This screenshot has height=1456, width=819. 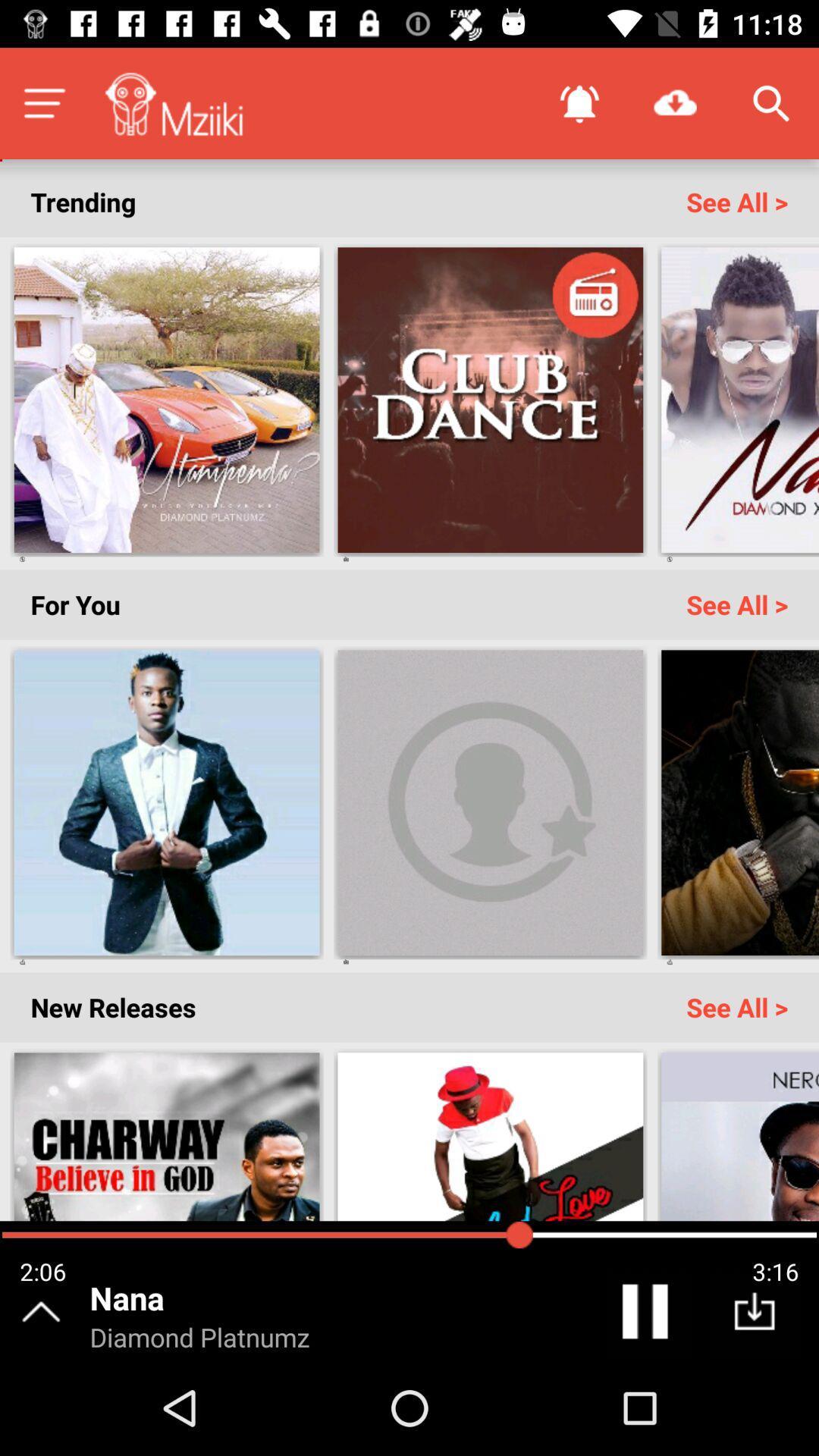 What do you see at coordinates (648, 1314) in the screenshot?
I see `pause the song` at bounding box center [648, 1314].